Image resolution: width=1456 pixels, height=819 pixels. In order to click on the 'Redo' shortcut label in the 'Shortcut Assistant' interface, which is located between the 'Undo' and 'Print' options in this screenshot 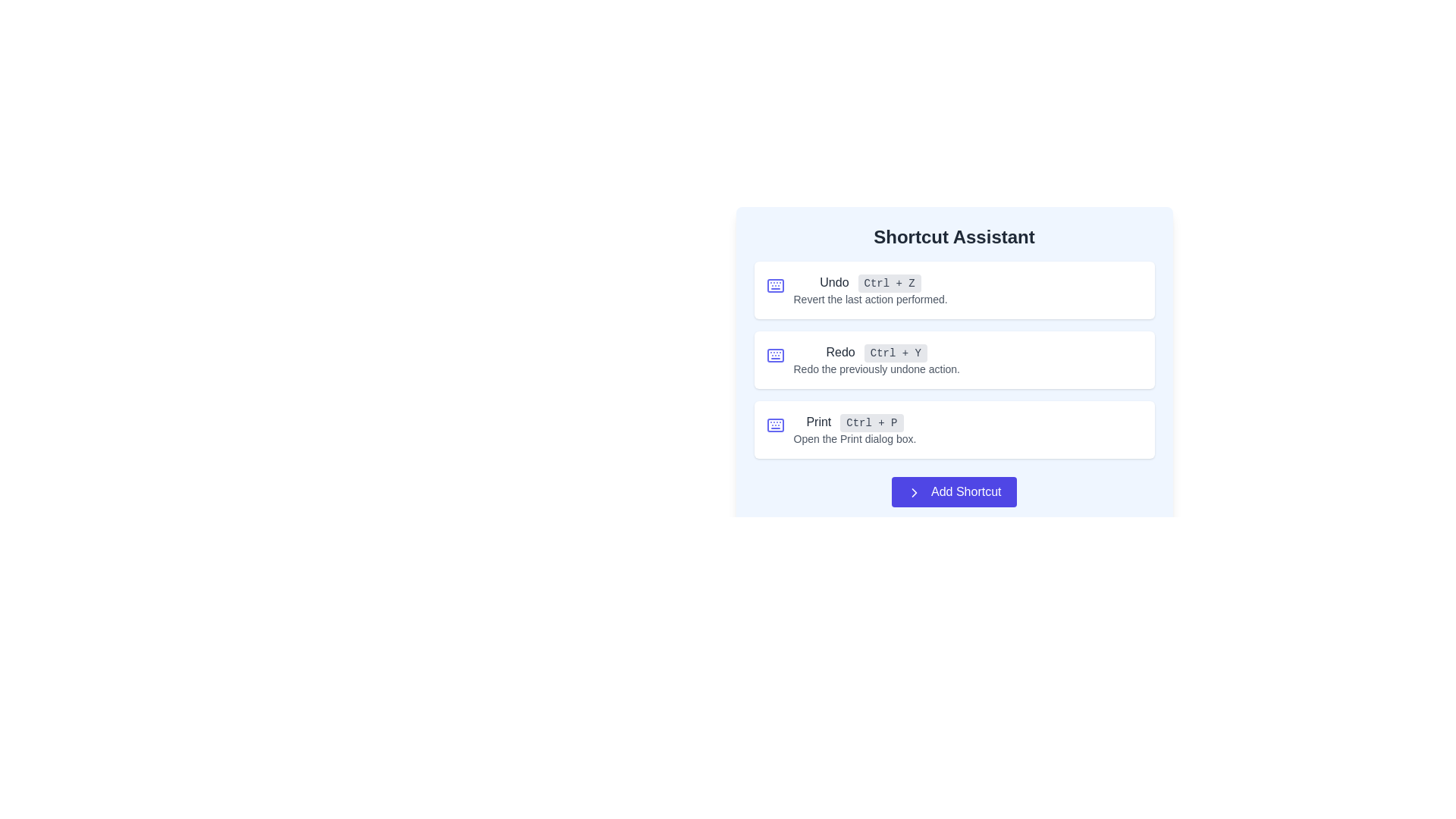, I will do `click(877, 353)`.